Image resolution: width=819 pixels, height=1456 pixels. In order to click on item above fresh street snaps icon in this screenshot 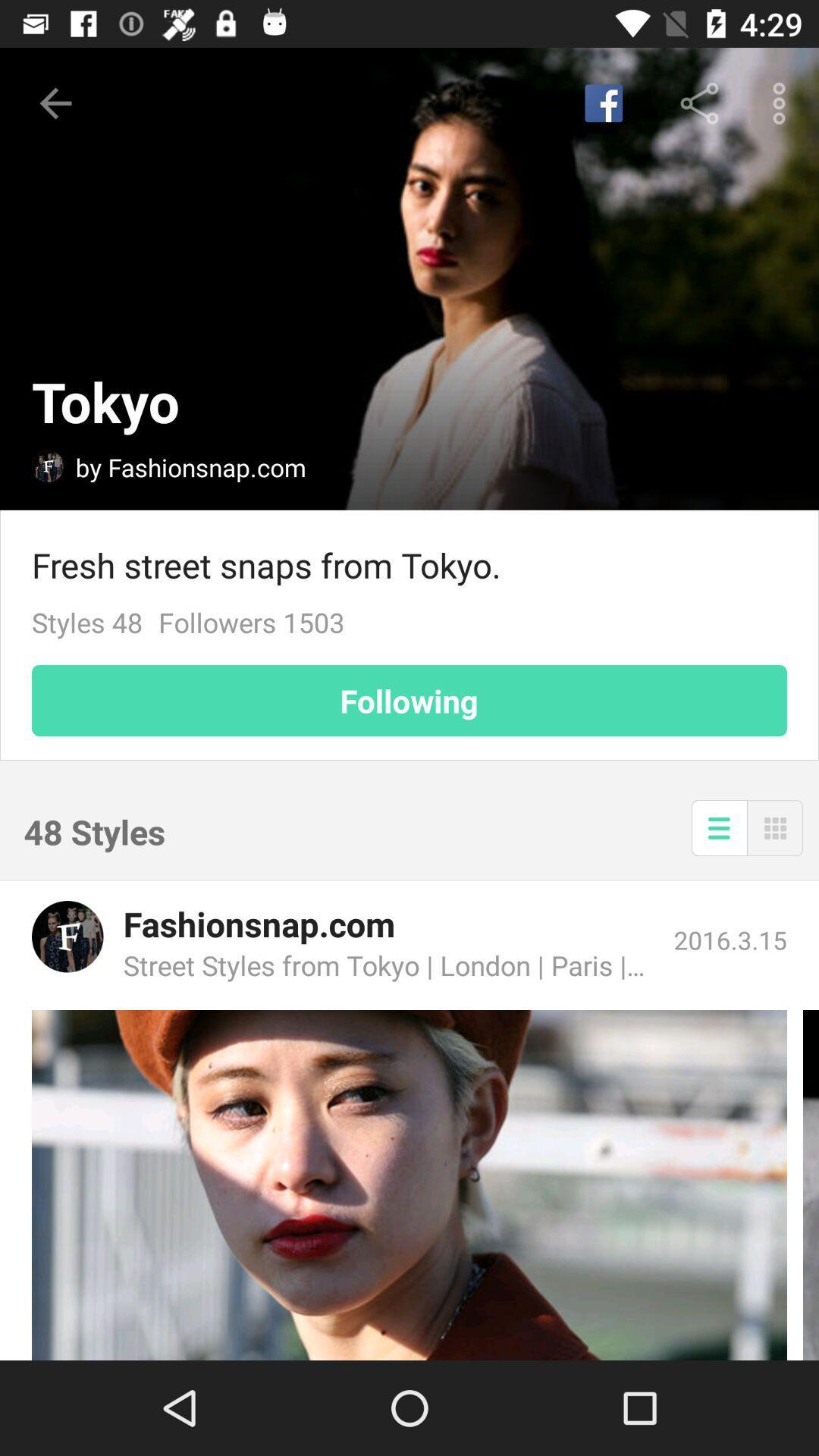, I will do `click(603, 102)`.